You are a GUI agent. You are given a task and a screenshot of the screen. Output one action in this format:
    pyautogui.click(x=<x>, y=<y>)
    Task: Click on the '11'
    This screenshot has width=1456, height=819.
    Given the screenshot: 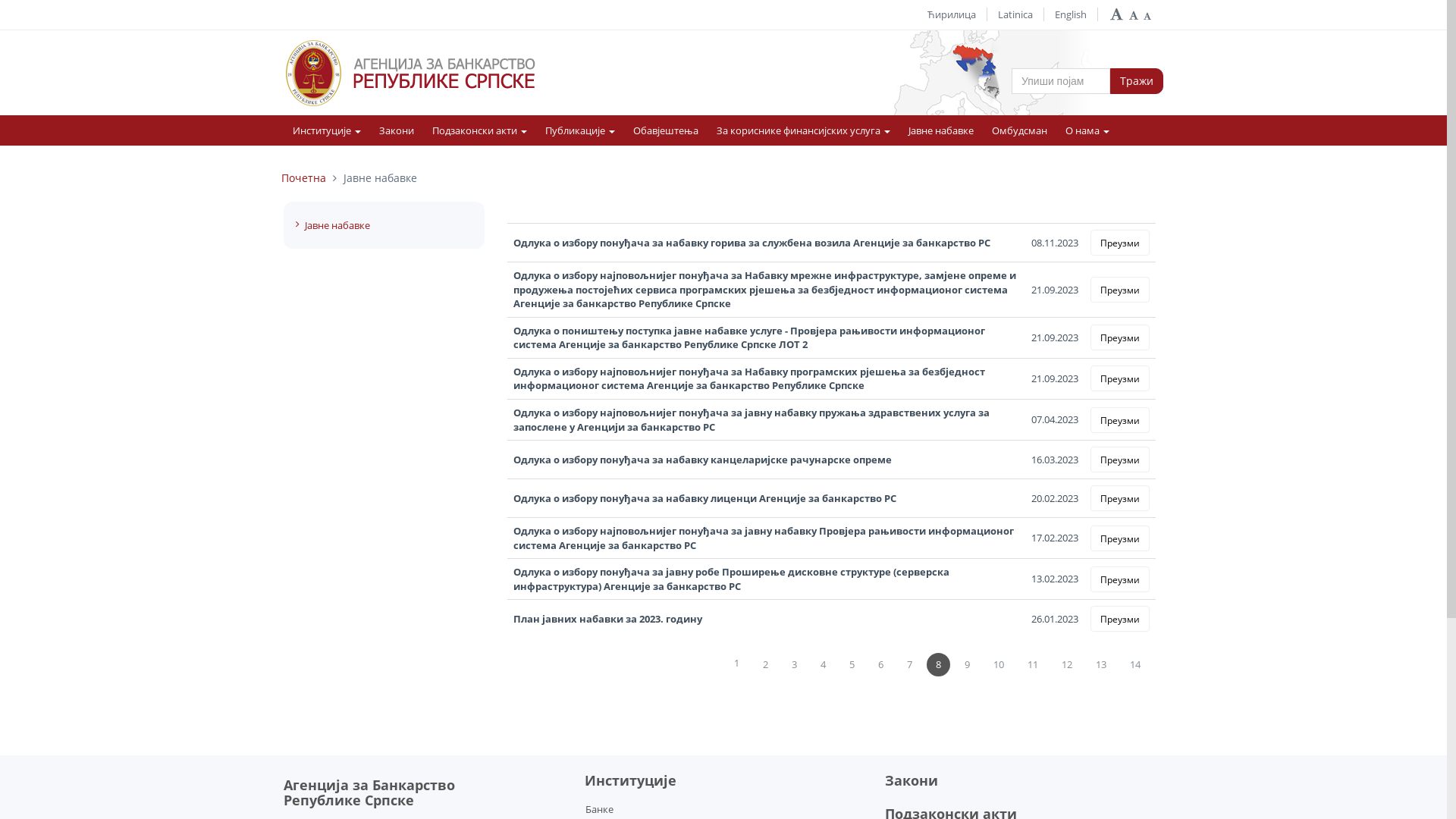 What is the action you would take?
    pyautogui.click(x=1032, y=664)
    